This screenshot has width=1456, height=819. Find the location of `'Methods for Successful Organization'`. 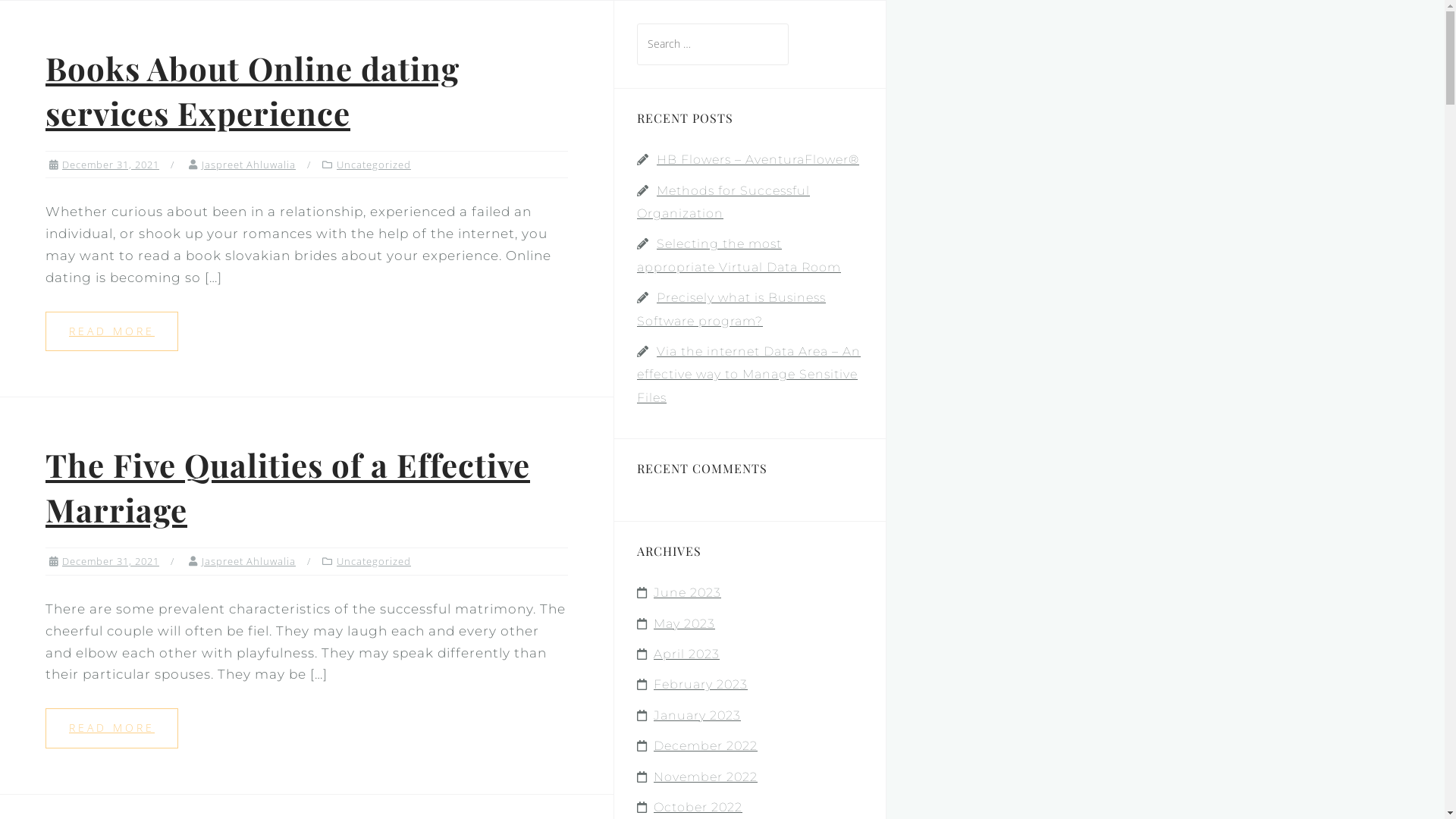

'Methods for Successful Organization' is located at coordinates (723, 201).